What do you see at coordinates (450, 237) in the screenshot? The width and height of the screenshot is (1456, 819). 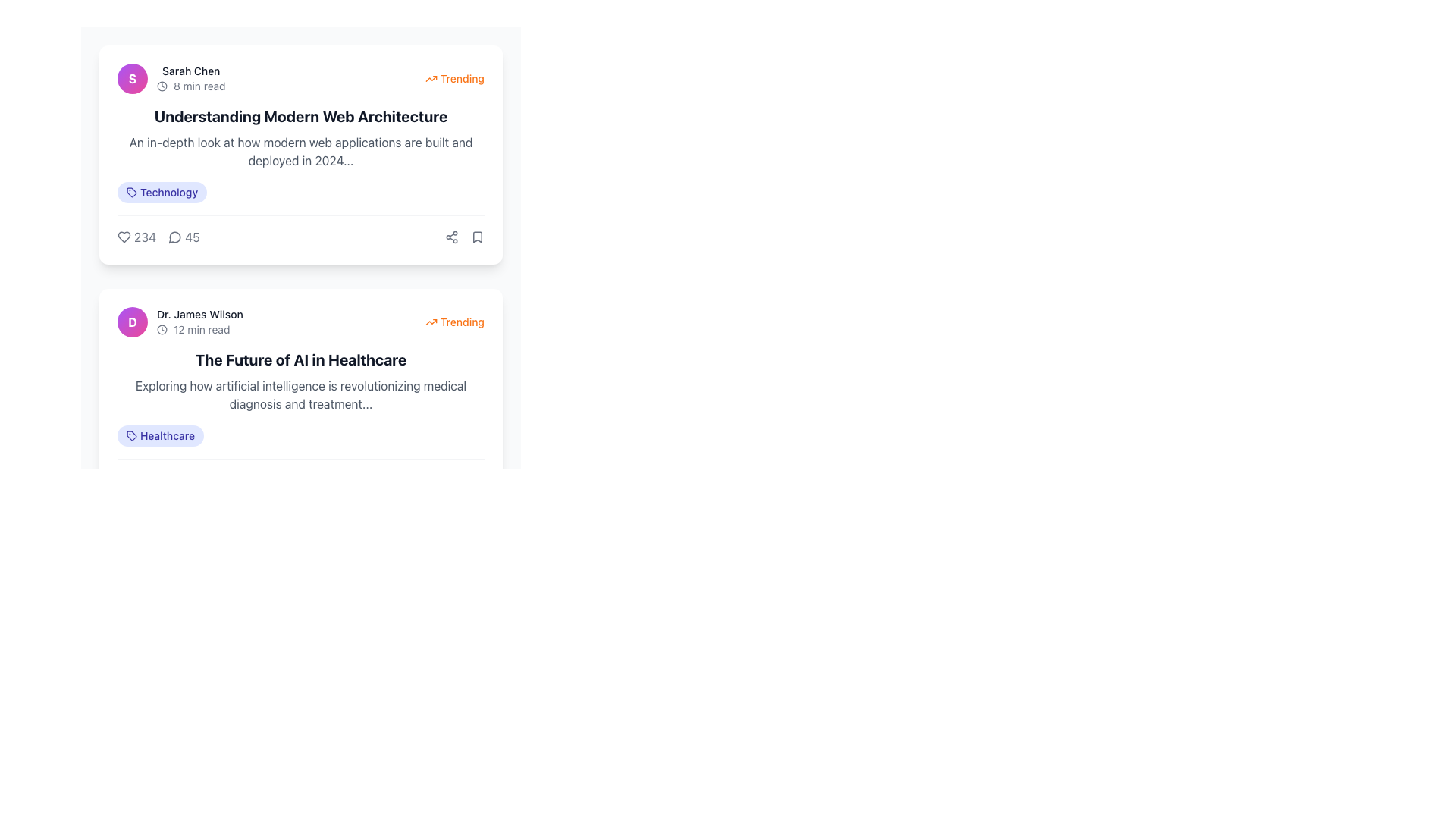 I see `the share icon represented by three connected circles with lines in the upper-right corner of the first article card to initiate sharing` at bounding box center [450, 237].